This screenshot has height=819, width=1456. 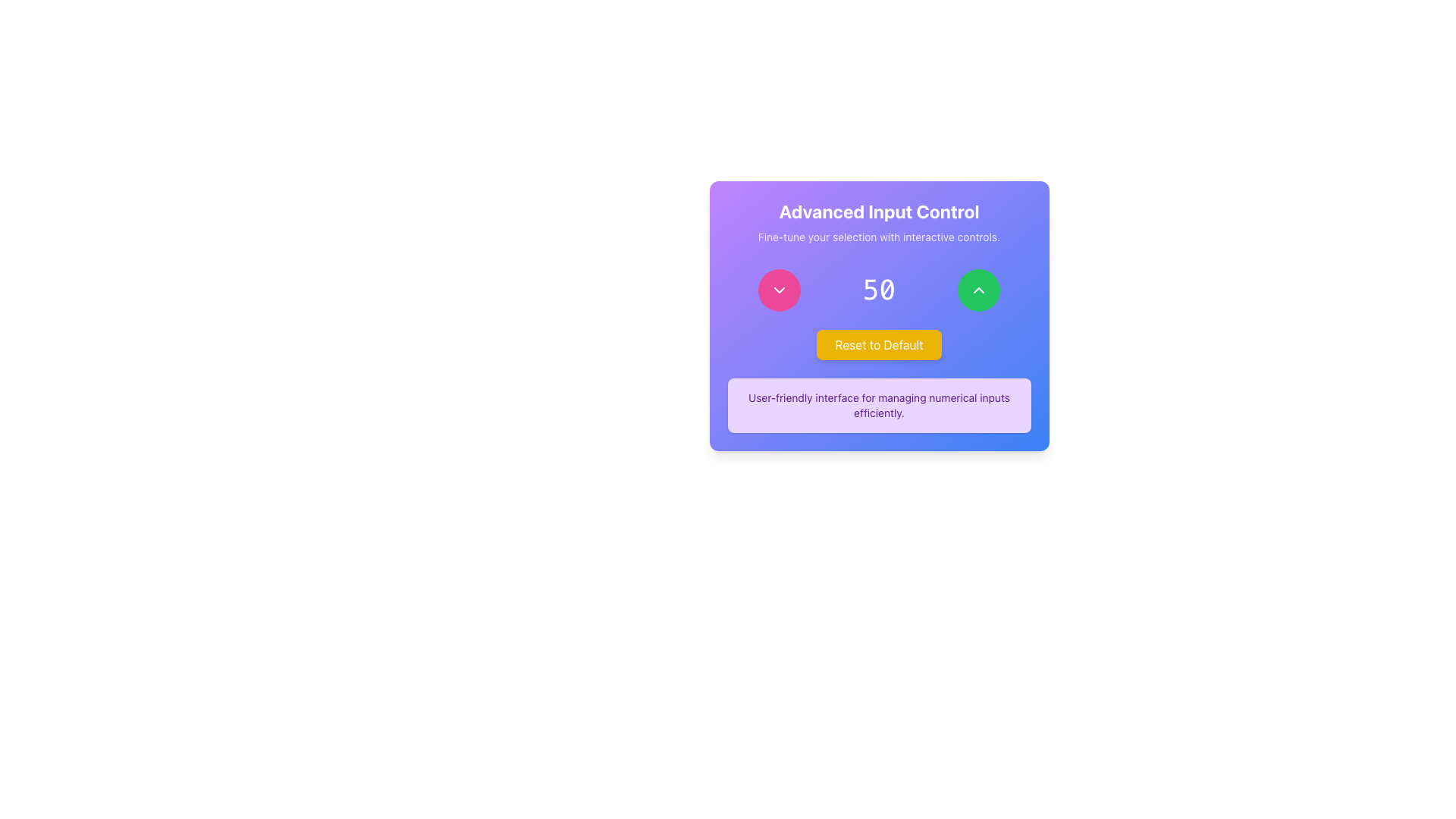 What do you see at coordinates (780, 290) in the screenshot?
I see `the vibrant pink circular button with a white downward-pointing chevron icon to decrement the value` at bounding box center [780, 290].